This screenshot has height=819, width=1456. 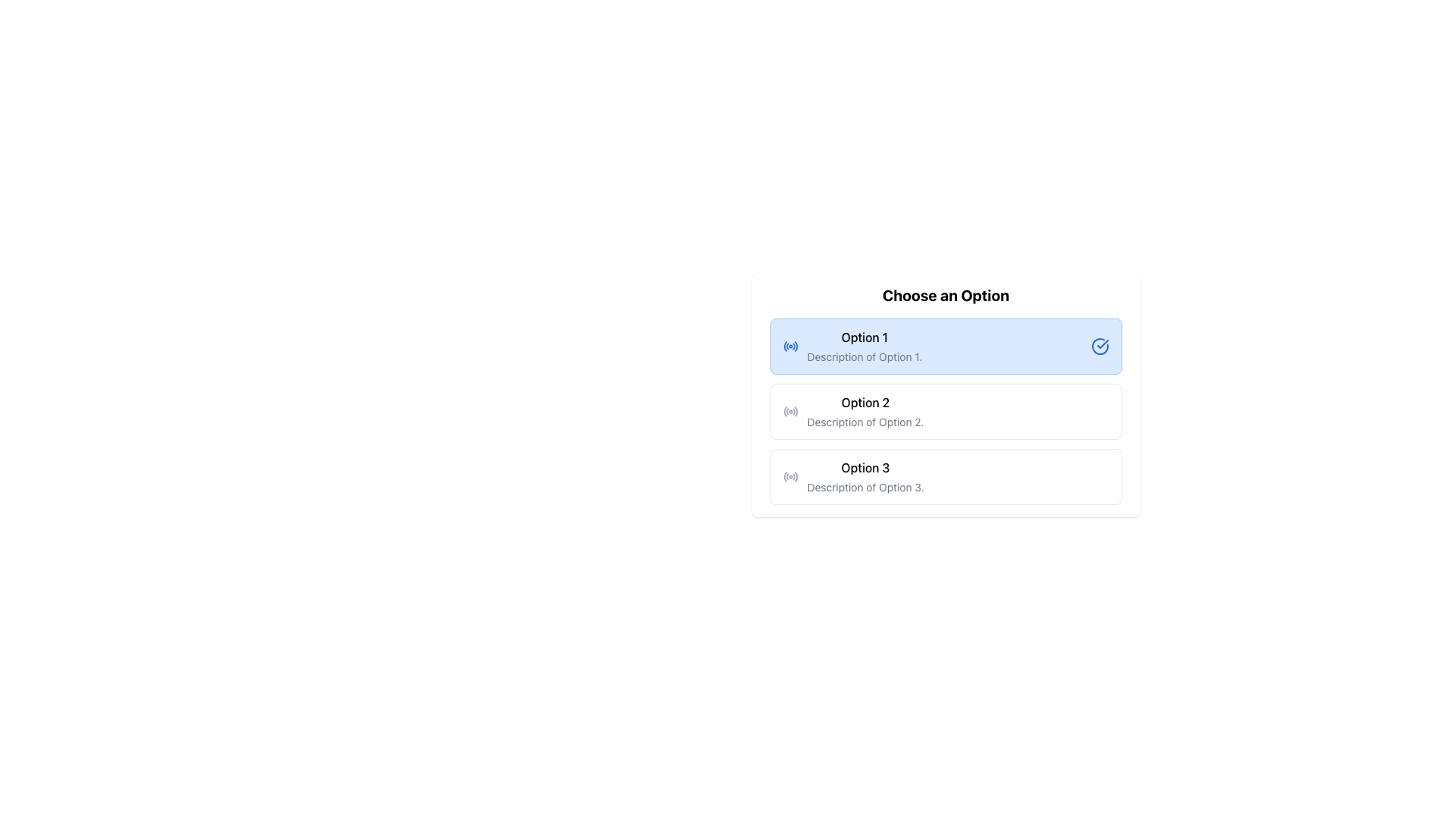 What do you see at coordinates (864, 346) in the screenshot?
I see `the List Item labeled 'Option 1' which has bold text and a description in a light blue background` at bounding box center [864, 346].